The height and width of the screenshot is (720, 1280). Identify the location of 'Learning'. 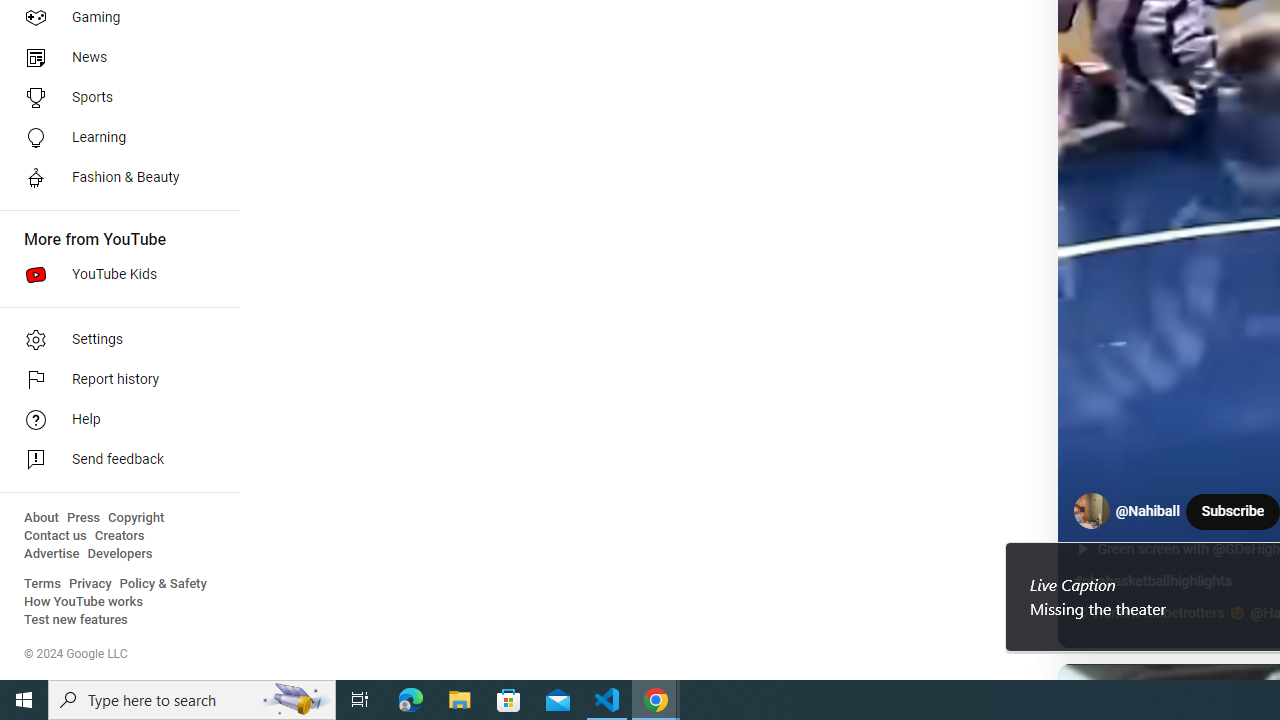
(112, 136).